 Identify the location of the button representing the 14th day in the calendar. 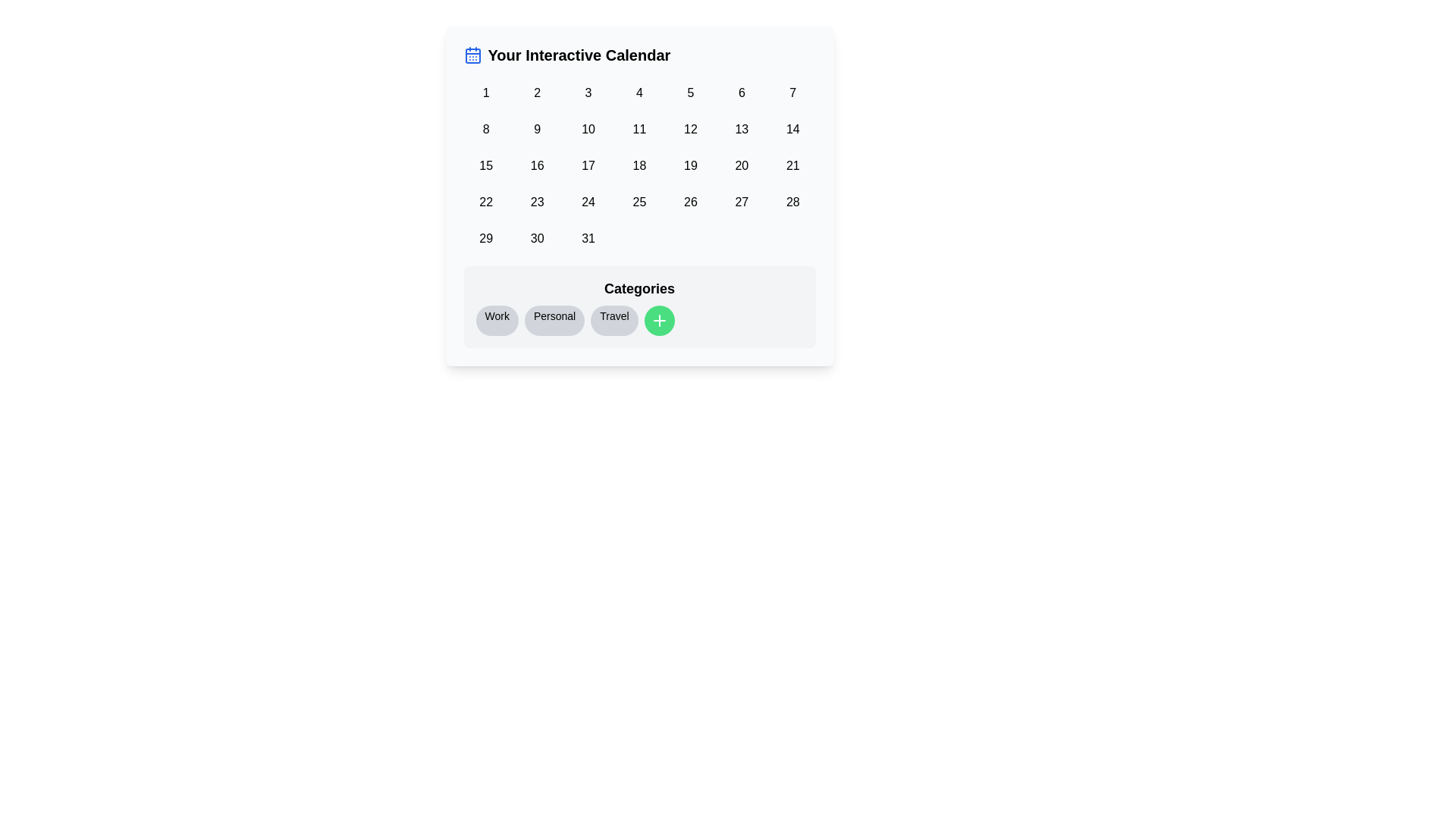
(792, 128).